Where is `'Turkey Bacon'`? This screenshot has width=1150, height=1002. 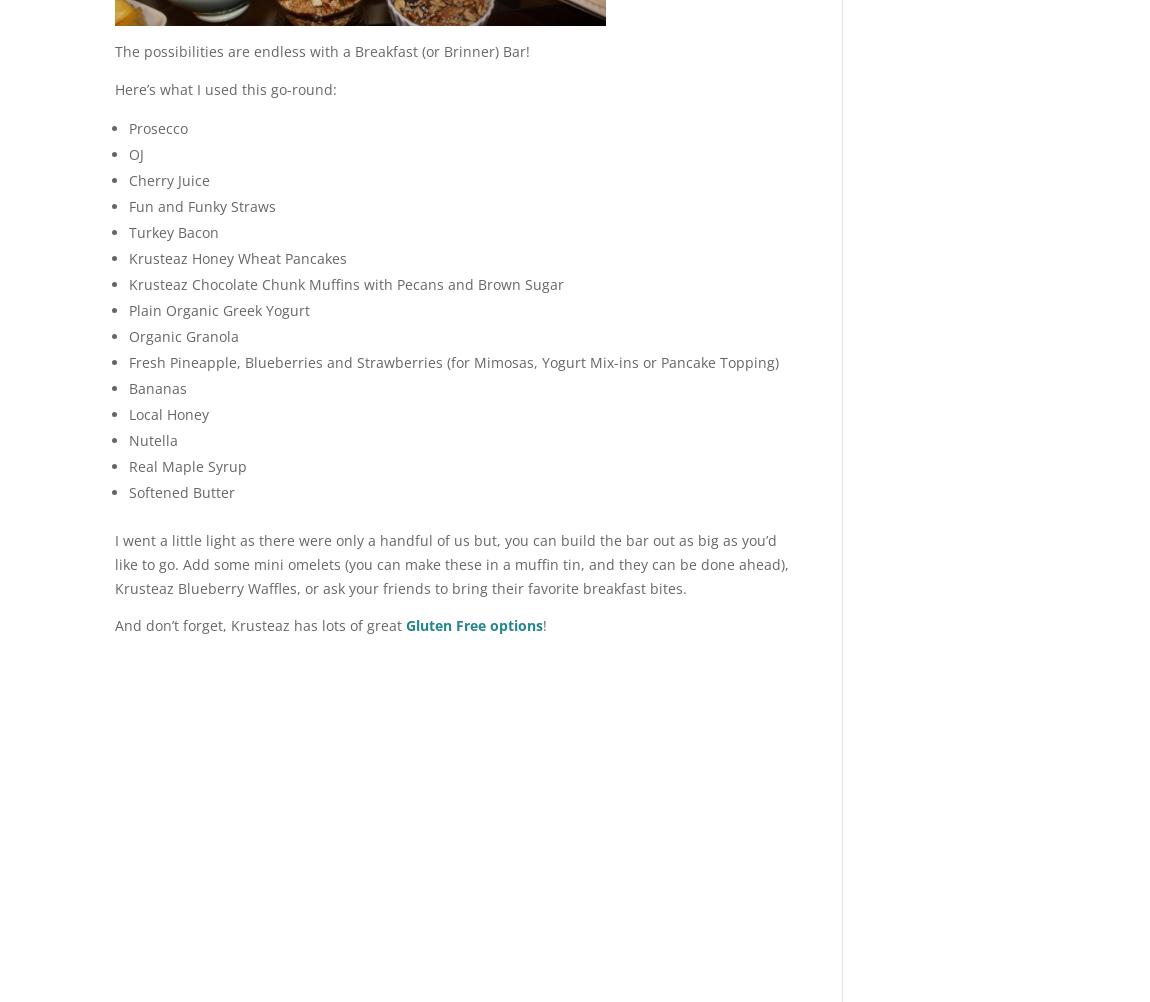 'Turkey Bacon' is located at coordinates (172, 231).